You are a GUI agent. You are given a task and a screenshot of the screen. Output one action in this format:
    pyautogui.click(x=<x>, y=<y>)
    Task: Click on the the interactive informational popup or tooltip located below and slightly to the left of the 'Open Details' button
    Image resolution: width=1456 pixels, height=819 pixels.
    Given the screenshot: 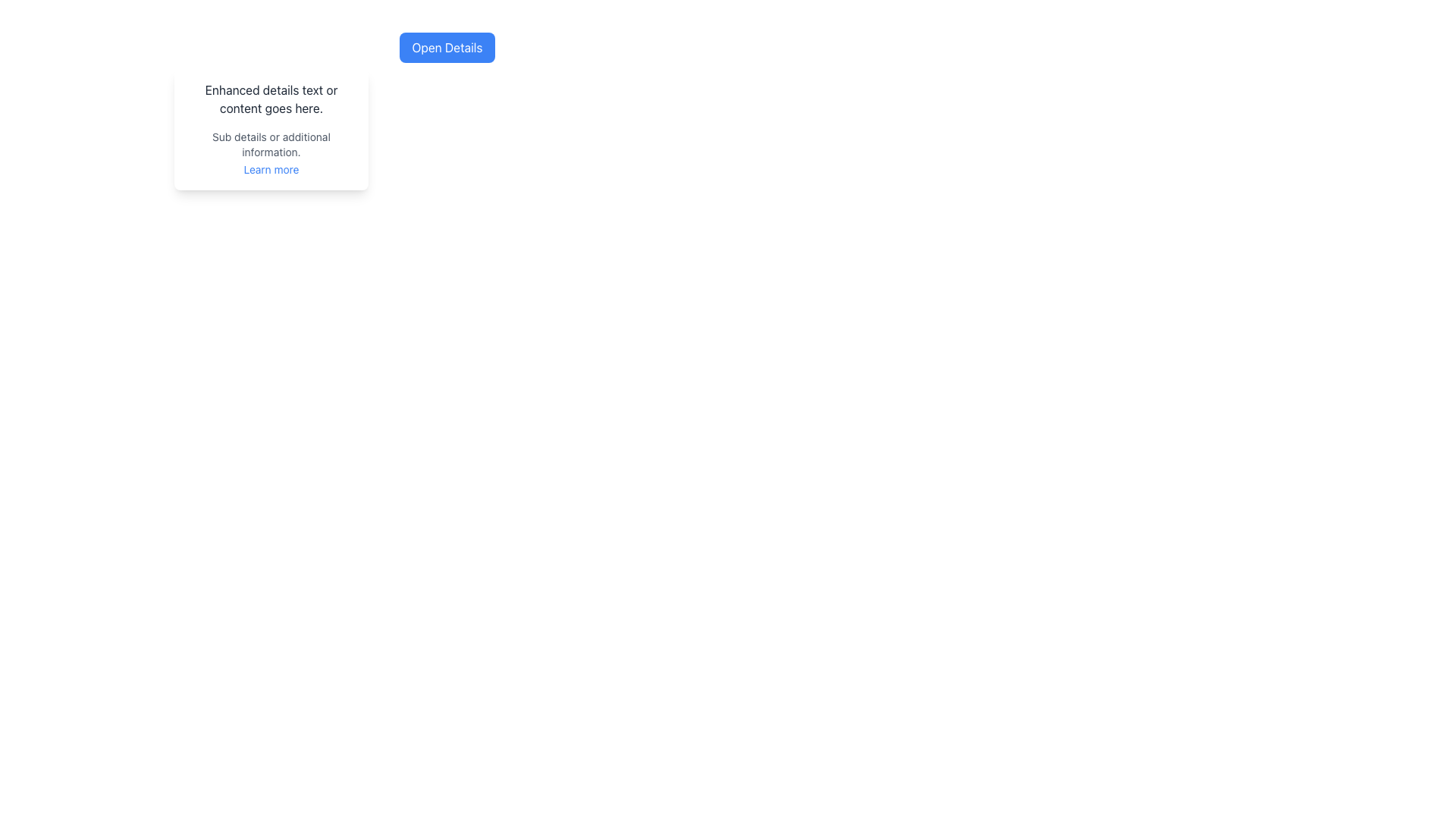 What is the action you would take?
    pyautogui.click(x=271, y=128)
    